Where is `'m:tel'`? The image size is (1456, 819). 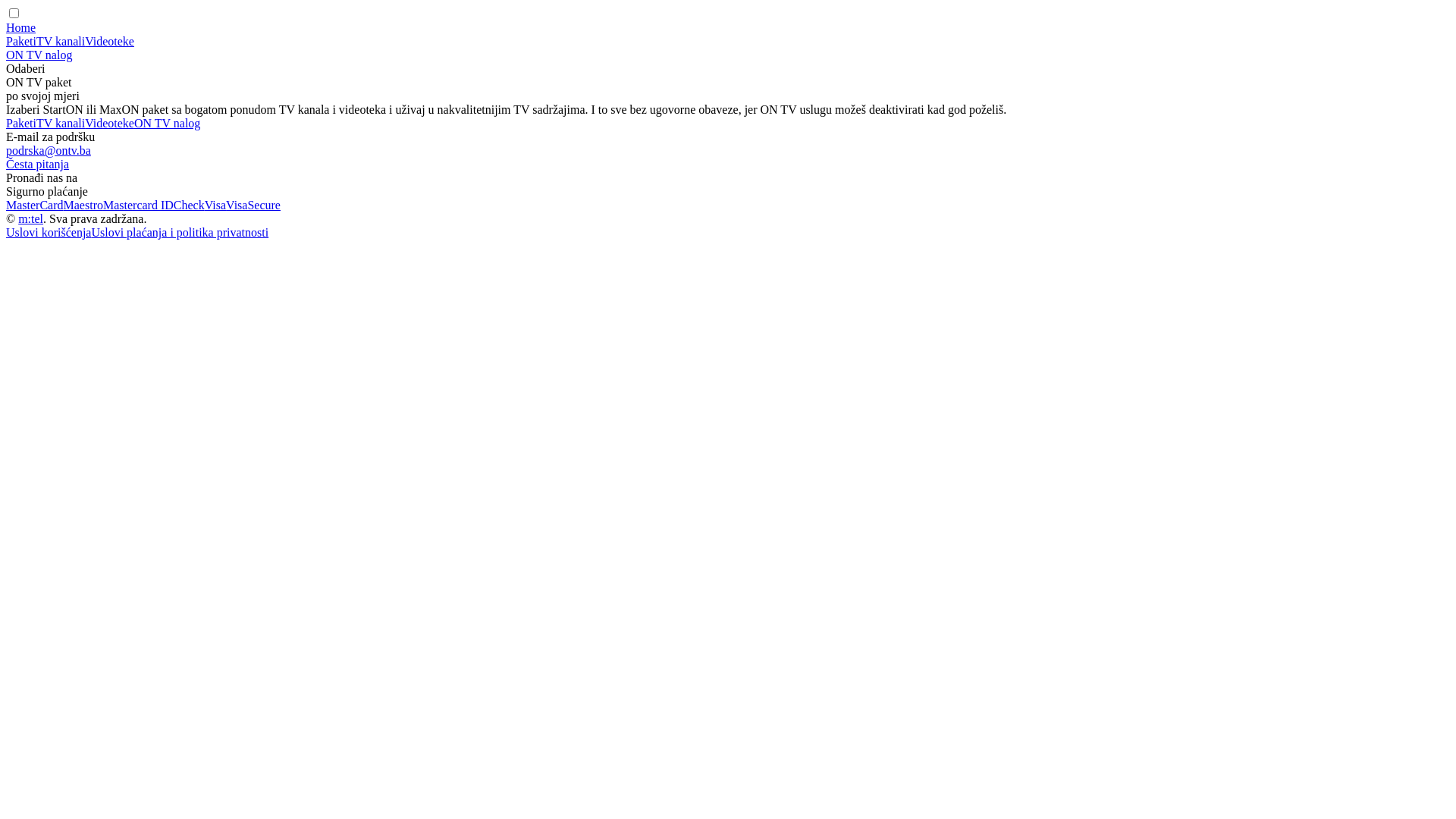
'm:tel' is located at coordinates (30, 218).